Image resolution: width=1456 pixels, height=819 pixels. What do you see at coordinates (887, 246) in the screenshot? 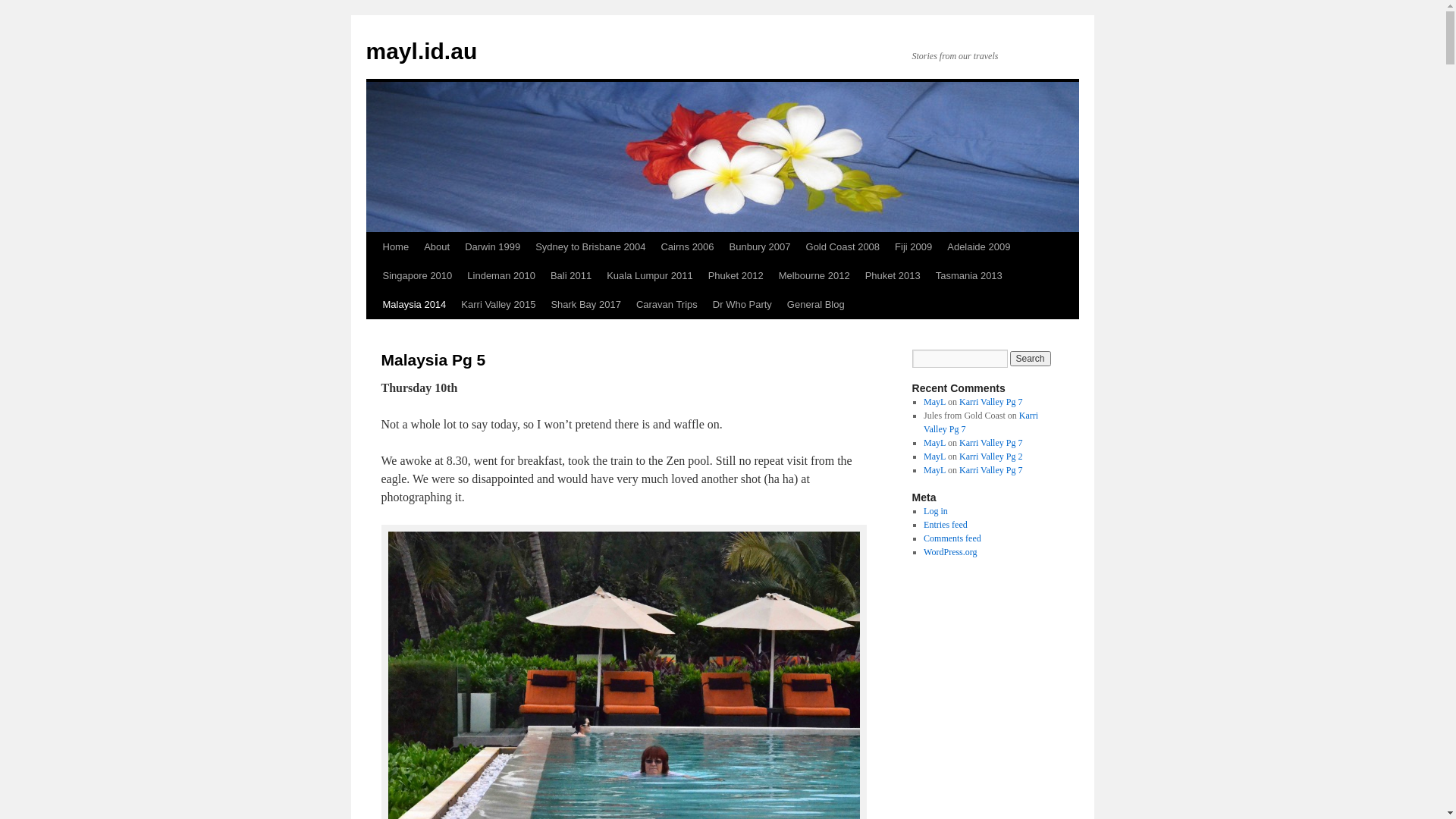
I see `'Fiji 2009'` at bounding box center [887, 246].